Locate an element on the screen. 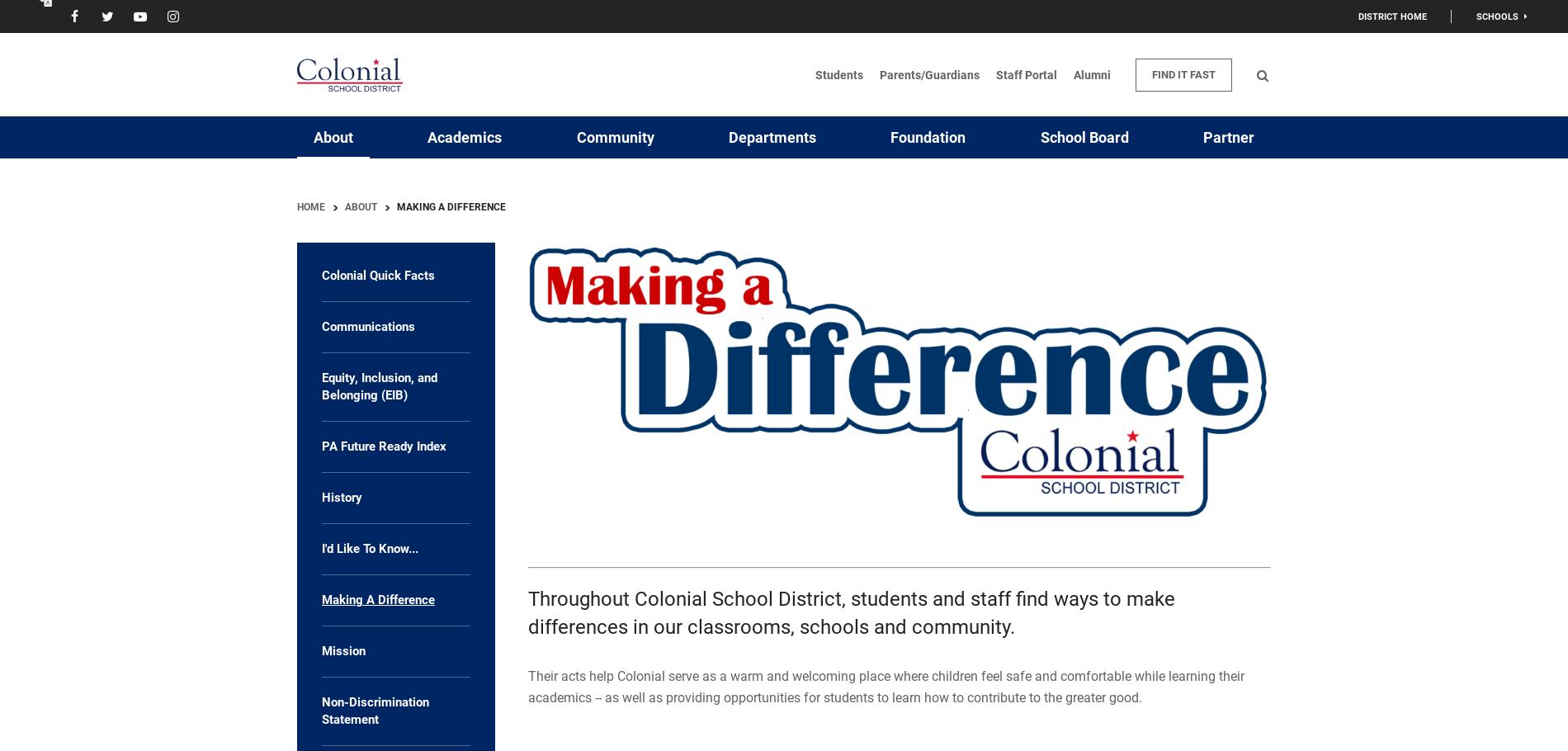  'Community' is located at coordinates (613, 137).